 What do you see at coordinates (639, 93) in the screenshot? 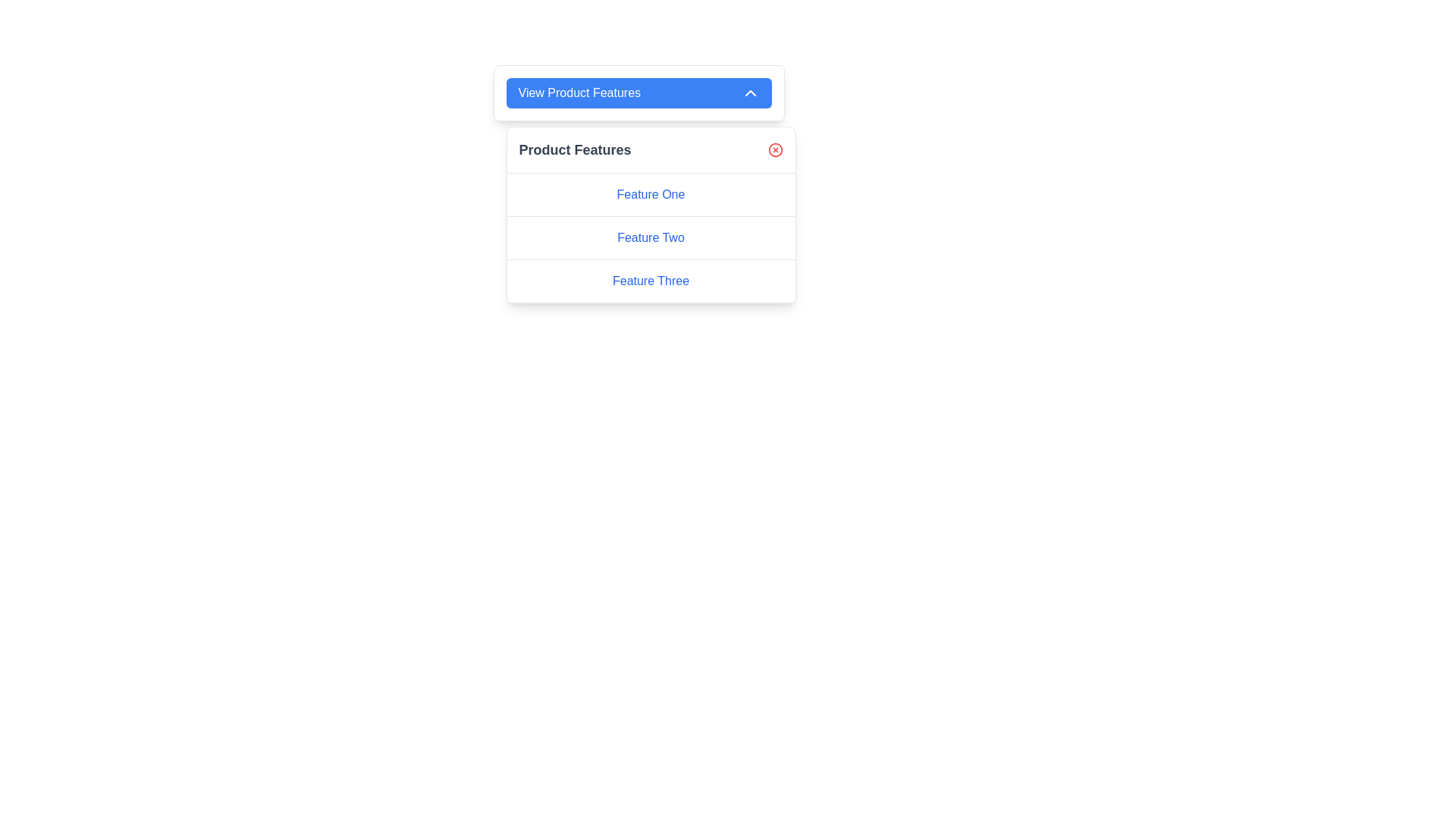
I see `the blue button with rounded edges labeled 'View Product Features'` at bounding box center [639, 93].